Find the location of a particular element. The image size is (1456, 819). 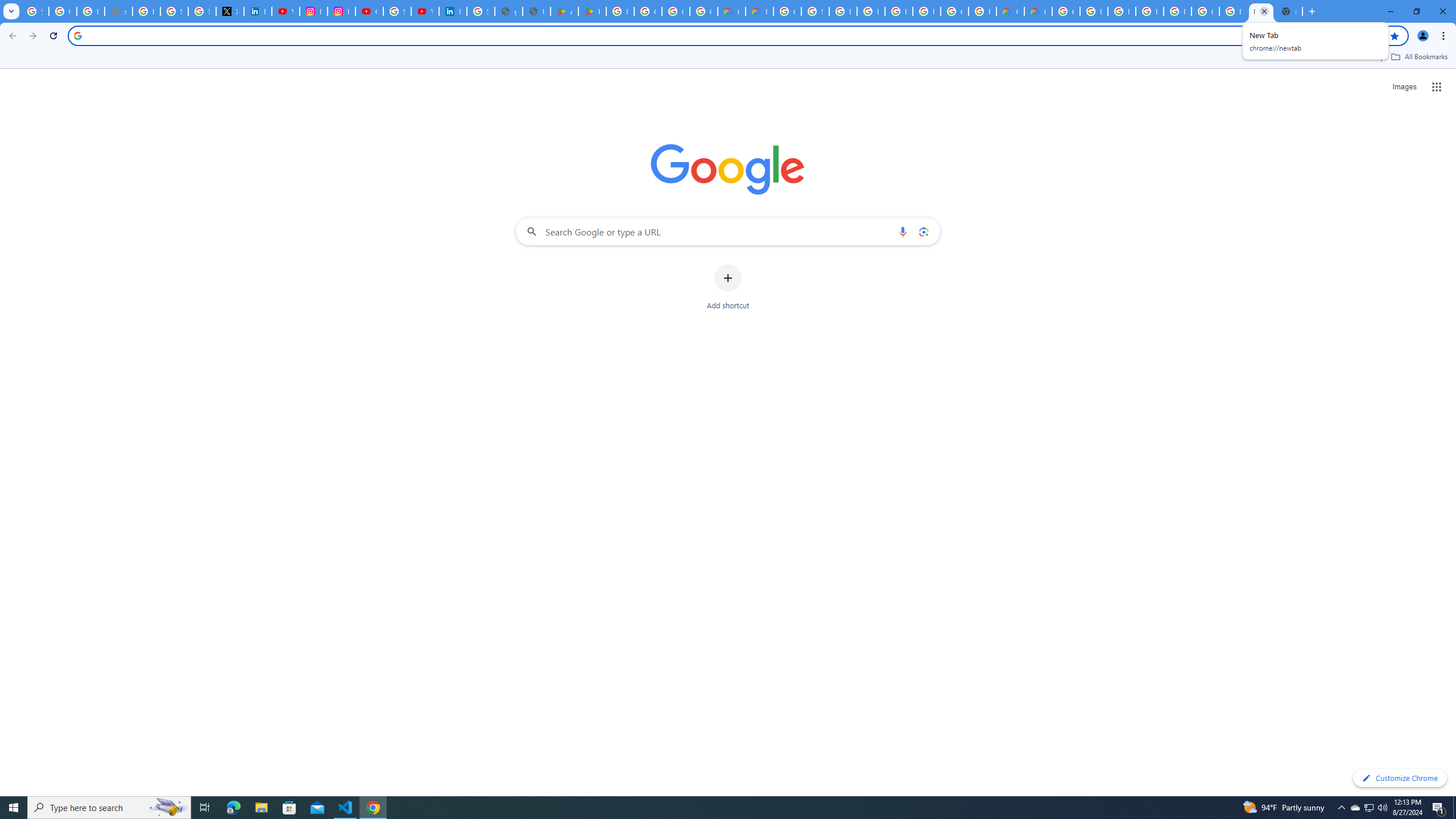

'Sign in - Google Accounts' is located at coordinates (479, 11).